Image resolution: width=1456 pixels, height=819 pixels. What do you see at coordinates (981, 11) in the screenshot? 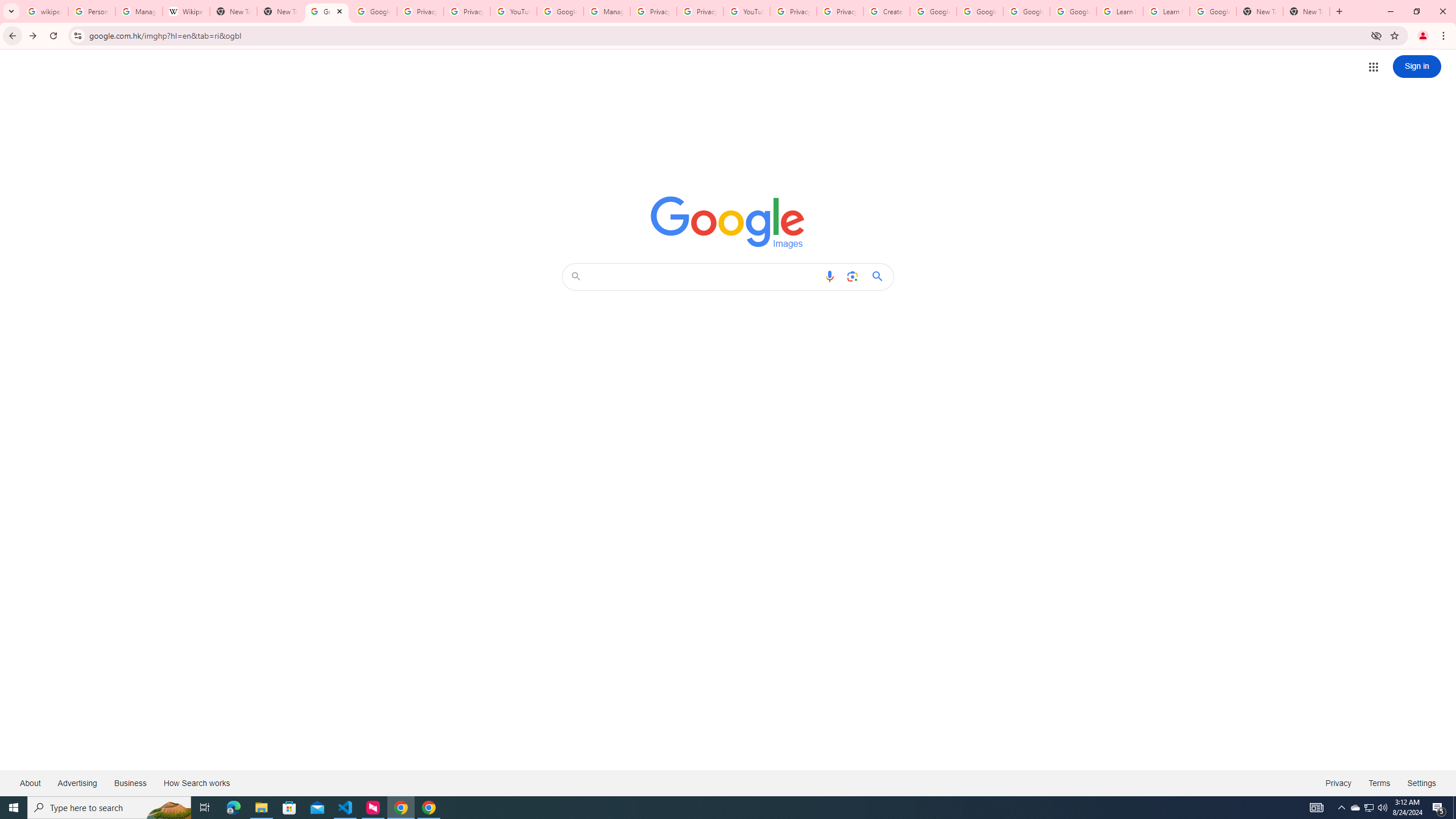
I see `'Google Account Help'` at bounding box center [981, 11].